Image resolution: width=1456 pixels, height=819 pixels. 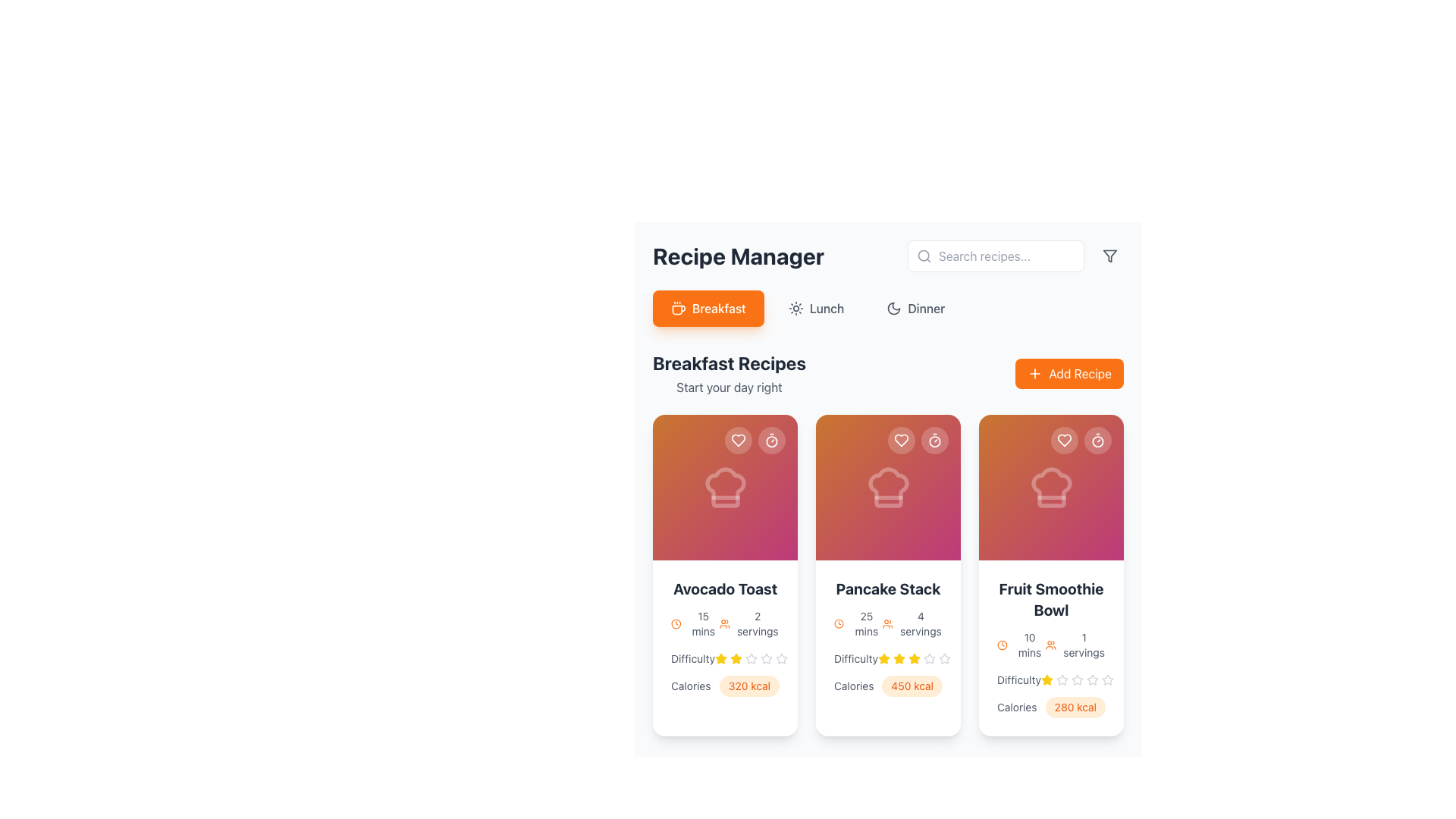 What do you see at coordinates (888, 673) in the screenshot?
I see `text label displaying the caloric value of the 'Pancake Stack' recipe, which is located in the bottom section of the middle card in the recipe grid, immediately after the 'Calories' label and under the rating stars` at bounding box center [888, 673].